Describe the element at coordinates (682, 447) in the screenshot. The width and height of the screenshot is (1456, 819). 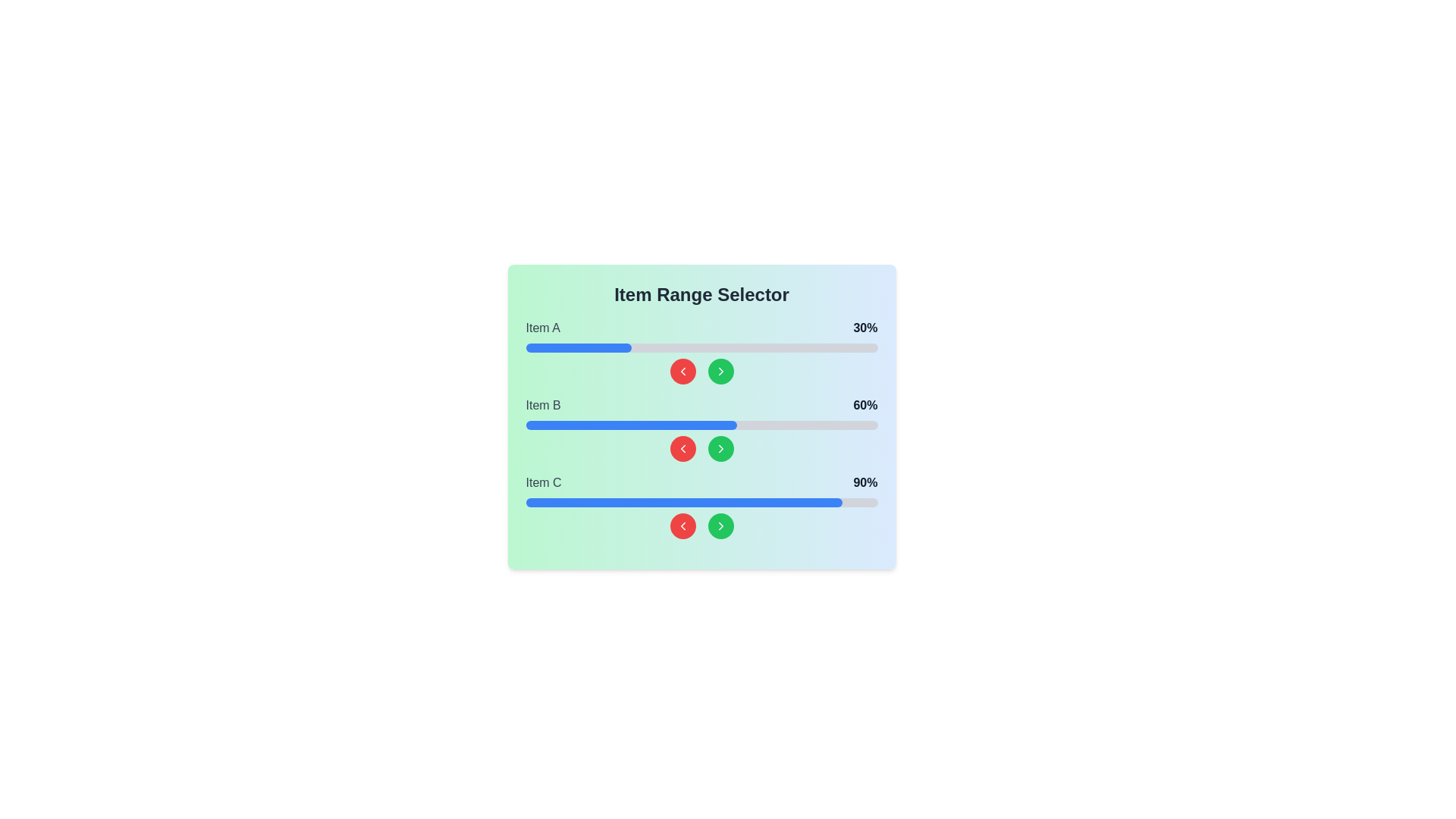
I see `the first circular button with a red background and a white chevron icon pointing to the left, located to the left of a green button in the 'Item B' section` at that location.